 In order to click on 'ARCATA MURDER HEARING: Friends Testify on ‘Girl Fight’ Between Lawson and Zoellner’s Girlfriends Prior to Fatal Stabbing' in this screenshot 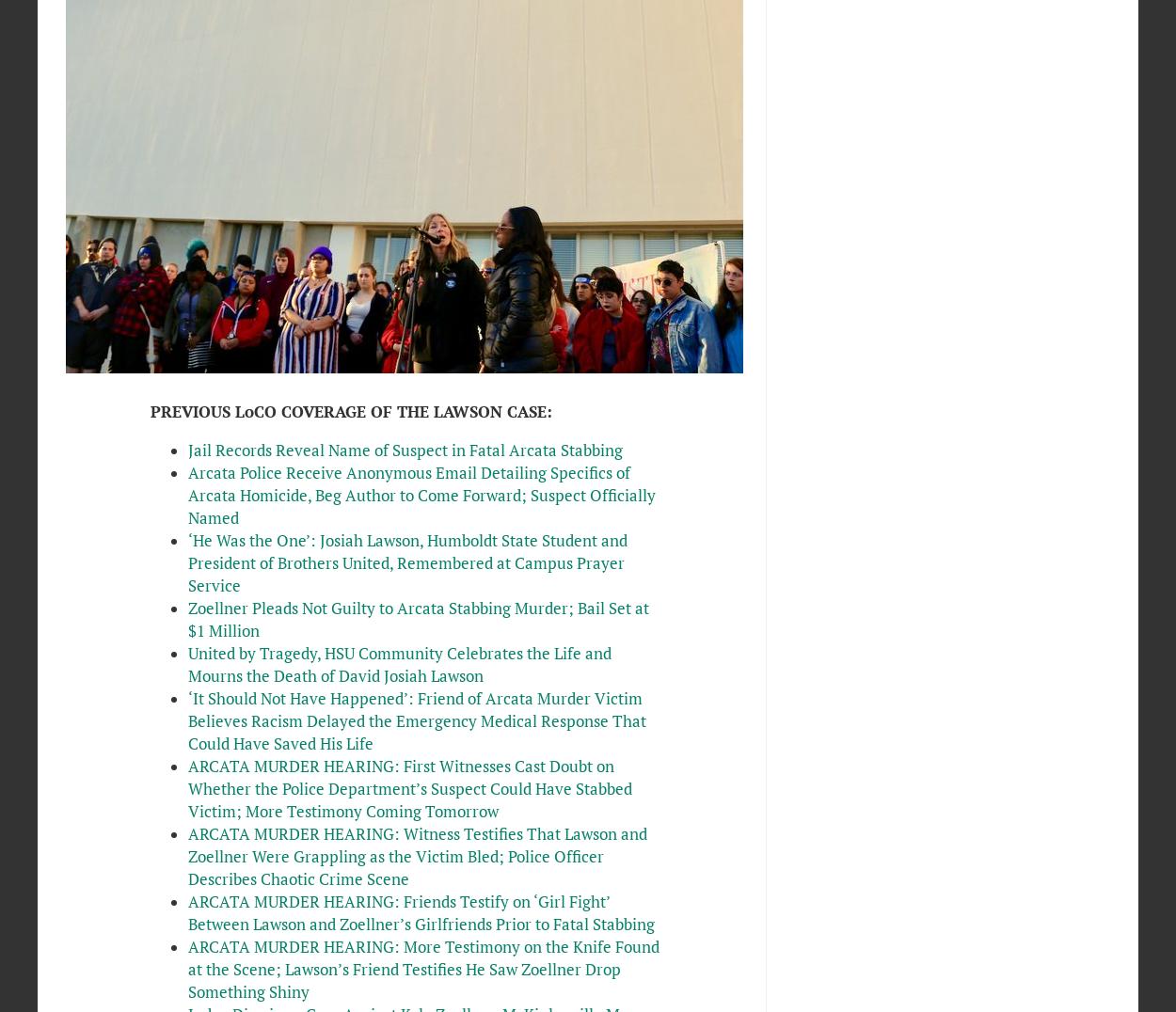, I will do `click(419, 912)`.